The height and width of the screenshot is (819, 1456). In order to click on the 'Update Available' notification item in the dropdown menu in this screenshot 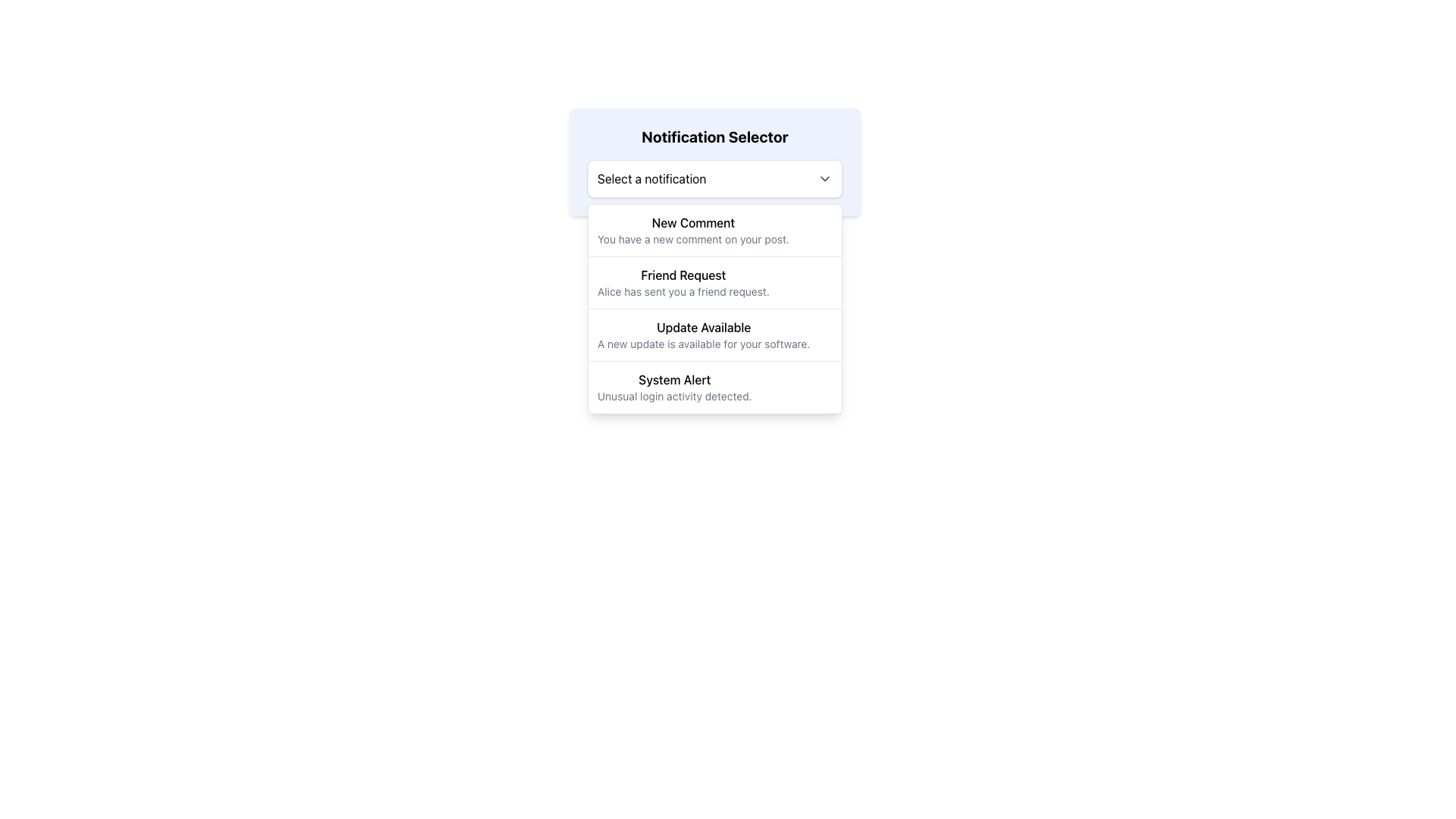, I will do `click(702, 334)`.